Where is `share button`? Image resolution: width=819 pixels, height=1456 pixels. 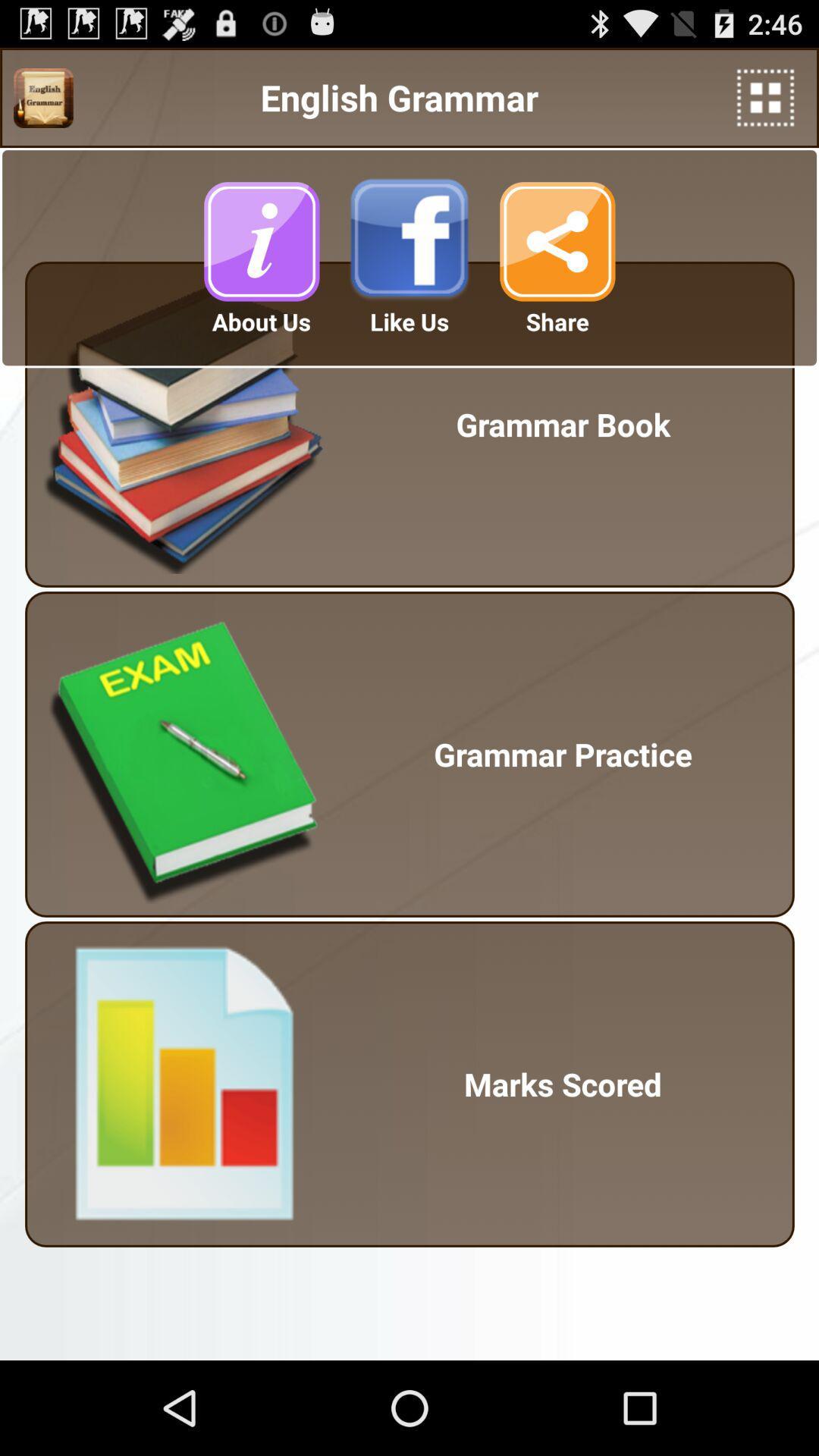
share button is located at coordinates (557, 240).